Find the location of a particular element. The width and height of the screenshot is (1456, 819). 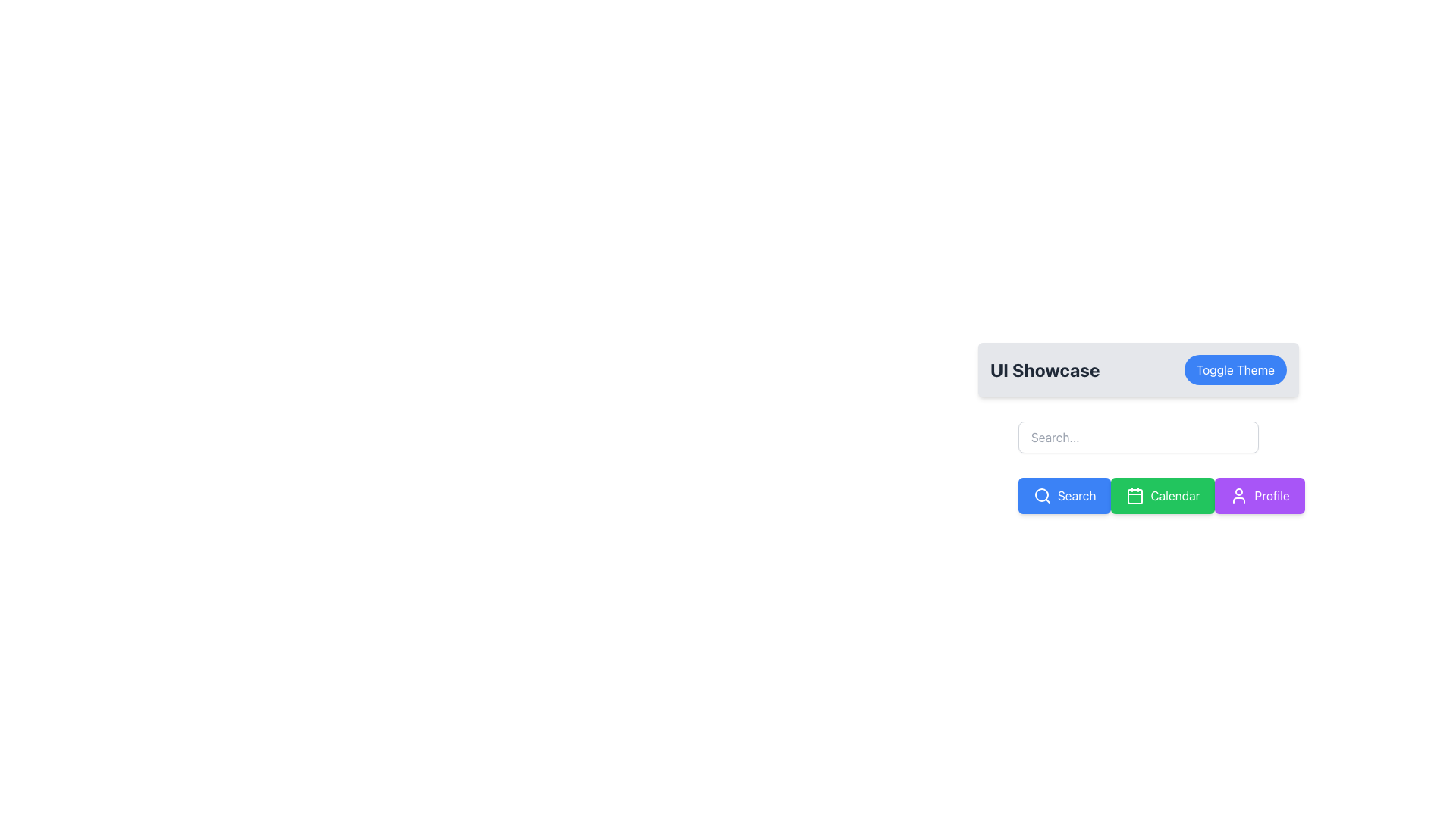

the calendar button, which is the second button in a series of three buttons located beneath the search input field is located at coordinates (1138, 496).